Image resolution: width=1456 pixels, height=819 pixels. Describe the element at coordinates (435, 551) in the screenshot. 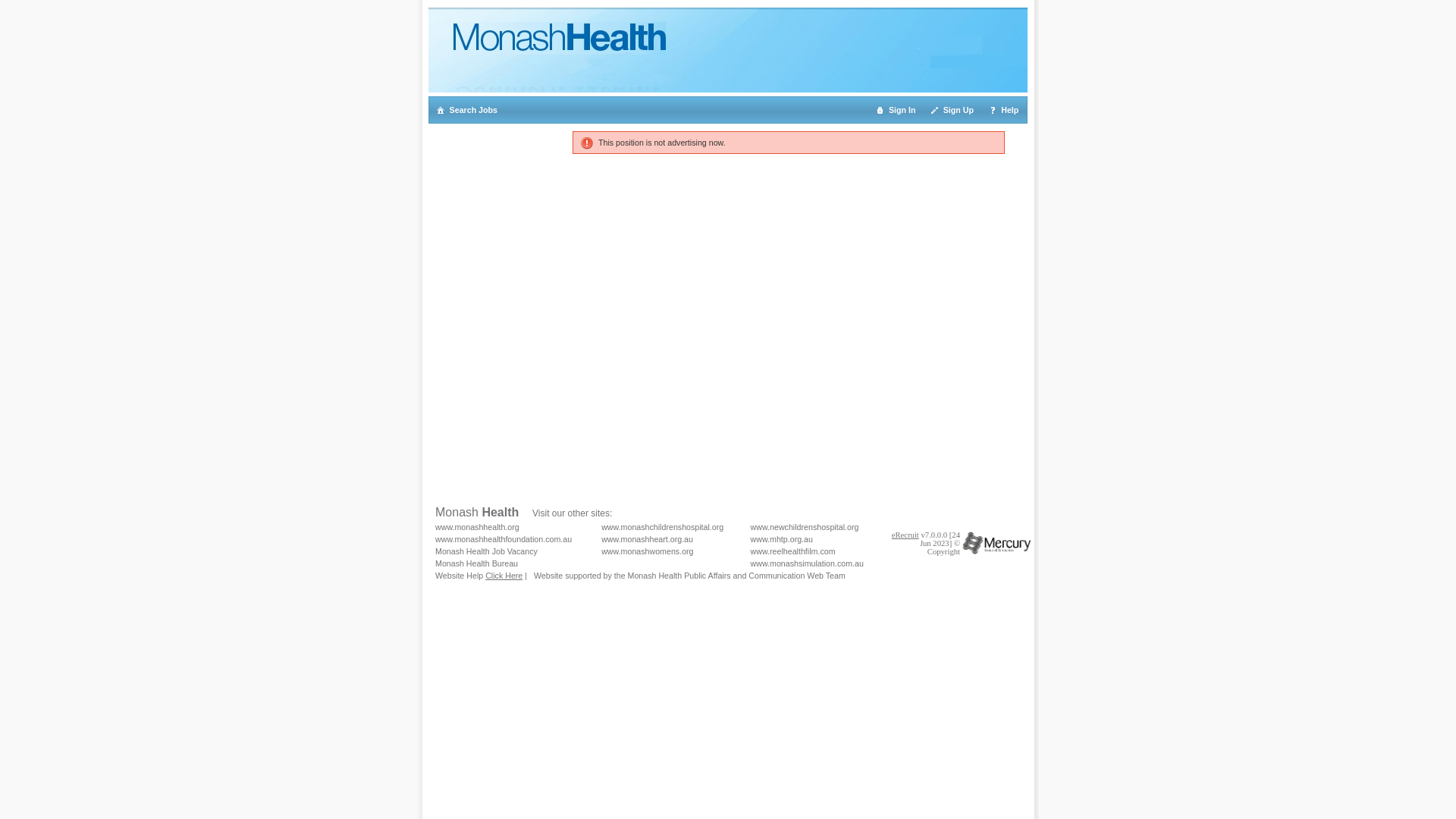

I see `'Monash Health Job Vacancy'` at that location.